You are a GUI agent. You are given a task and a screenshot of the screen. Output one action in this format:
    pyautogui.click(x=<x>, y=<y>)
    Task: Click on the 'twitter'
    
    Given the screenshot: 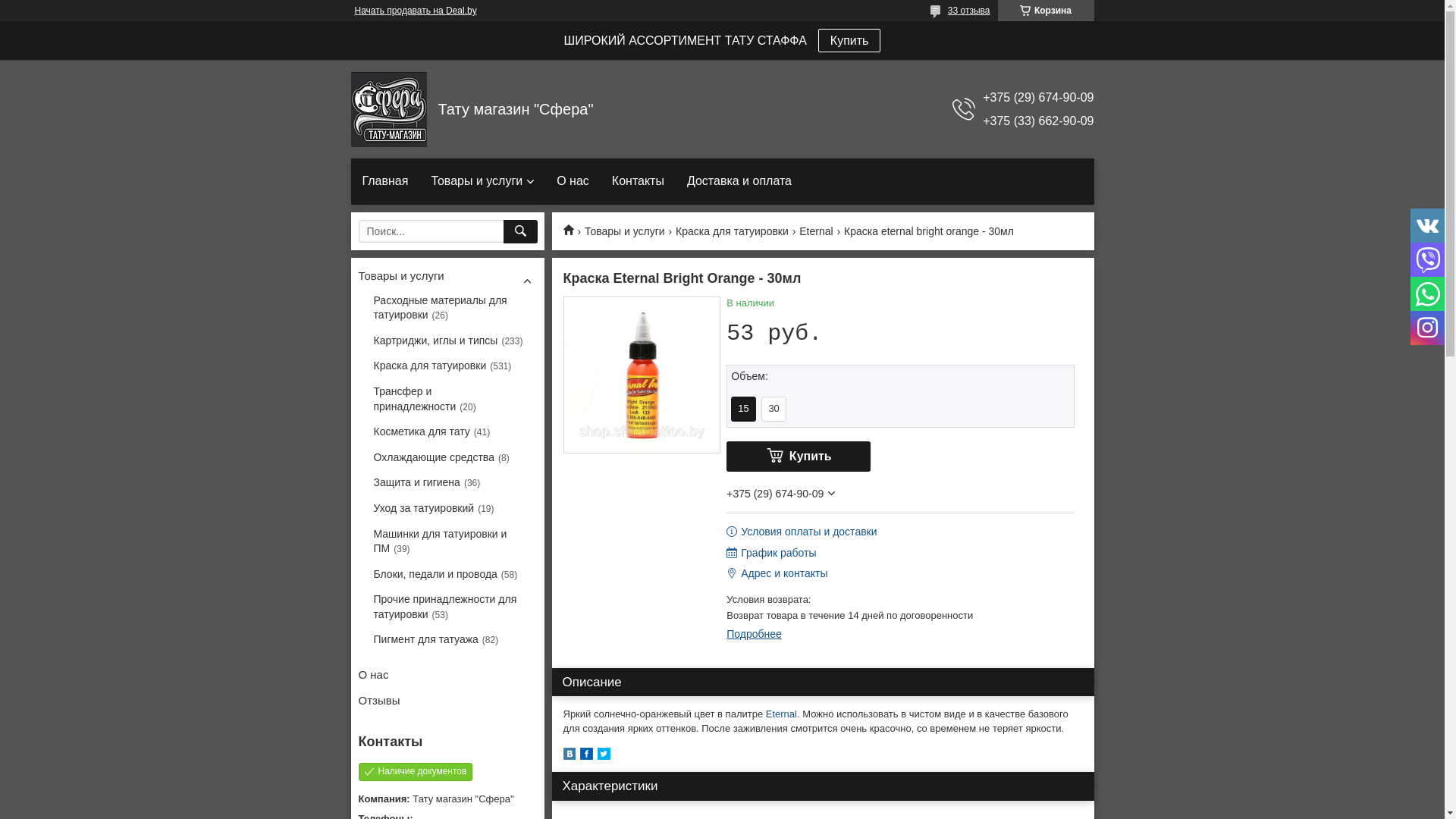 What is the action you would take?
    pyautogui.click(x=603, y=756)
    